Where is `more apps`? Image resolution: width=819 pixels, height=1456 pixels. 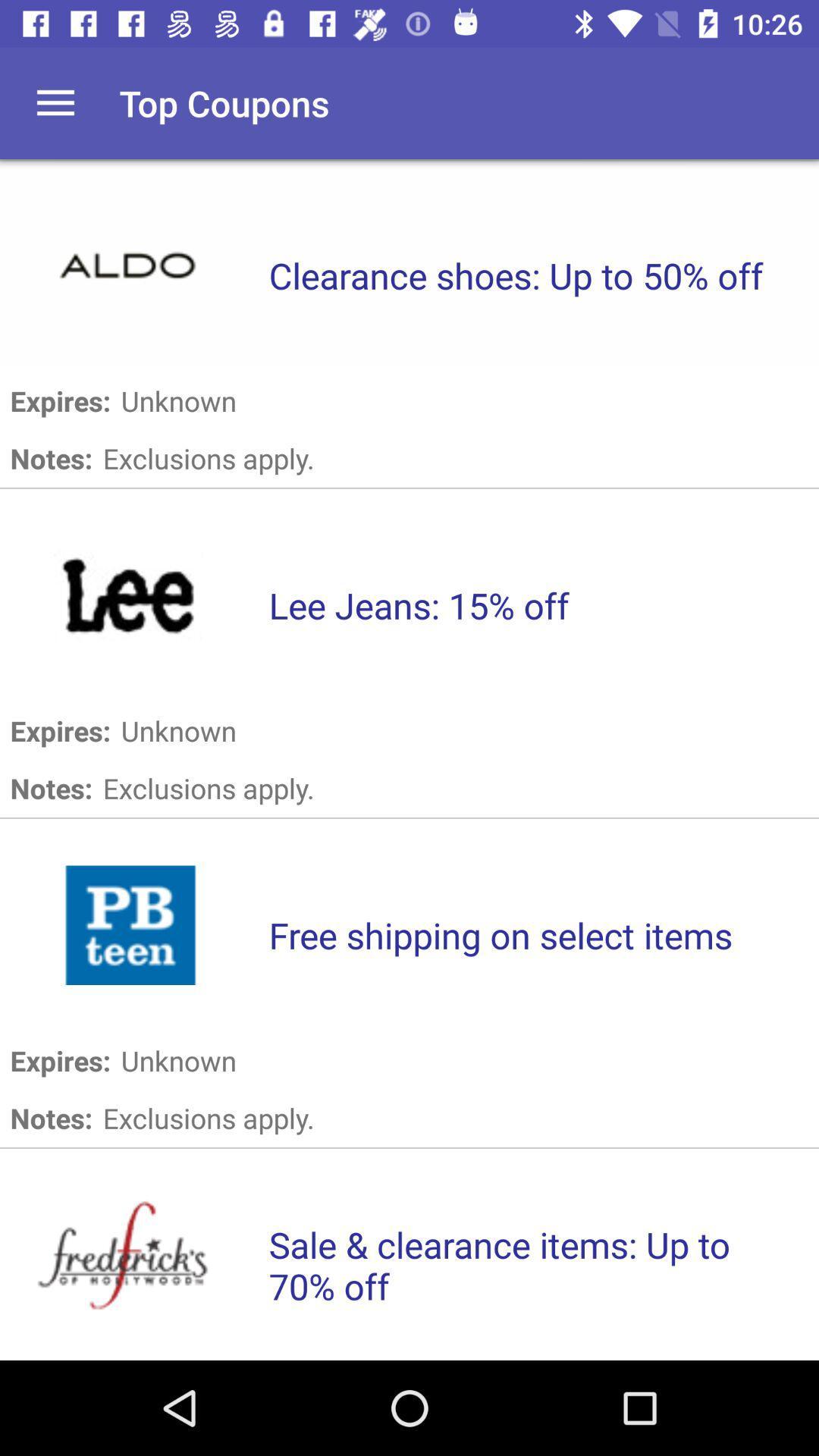 more apps is located at coordinates (55, 102).